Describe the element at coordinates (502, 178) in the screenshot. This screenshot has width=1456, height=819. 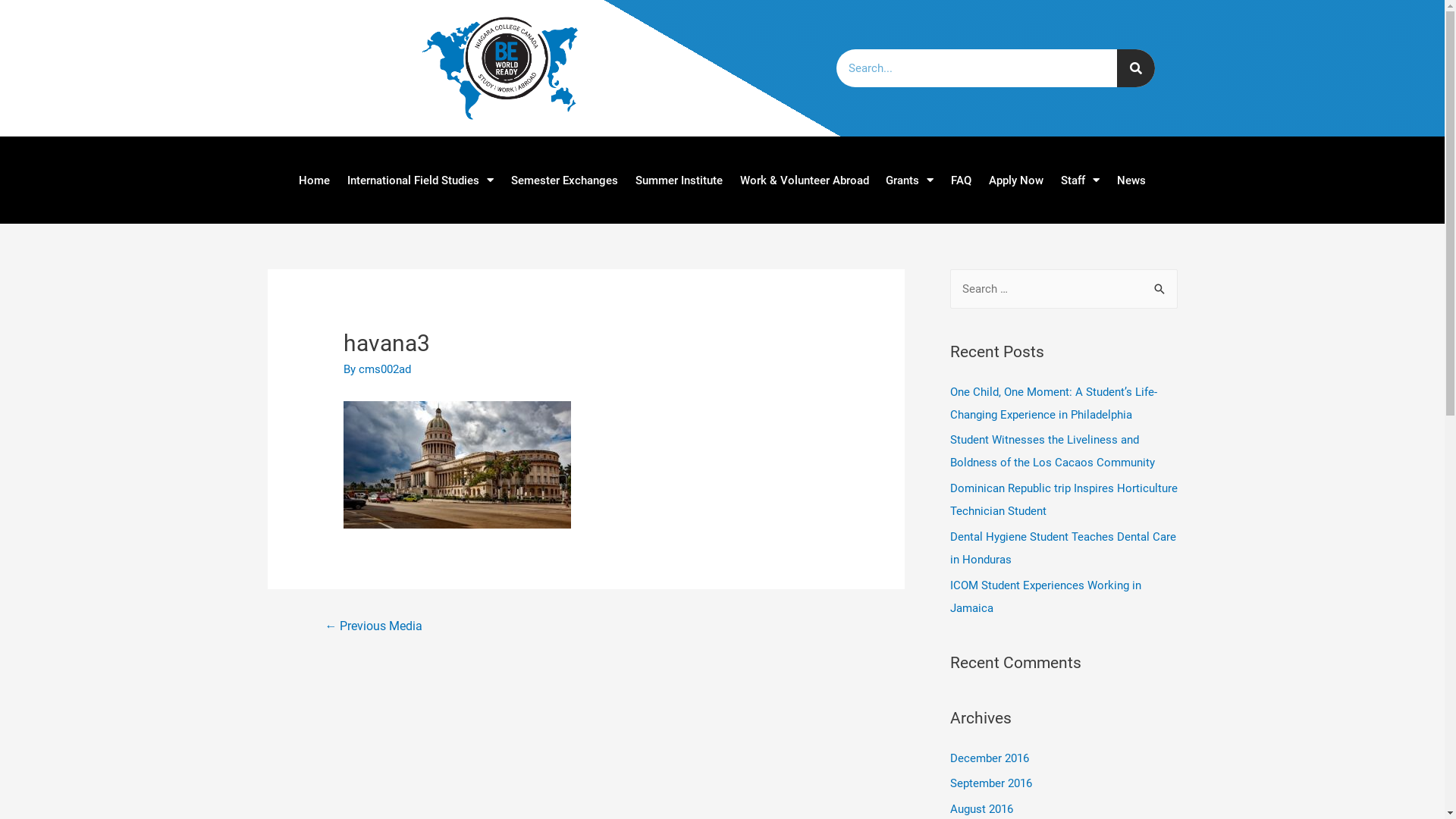
I see `'Semester Exchanges'` at that location.